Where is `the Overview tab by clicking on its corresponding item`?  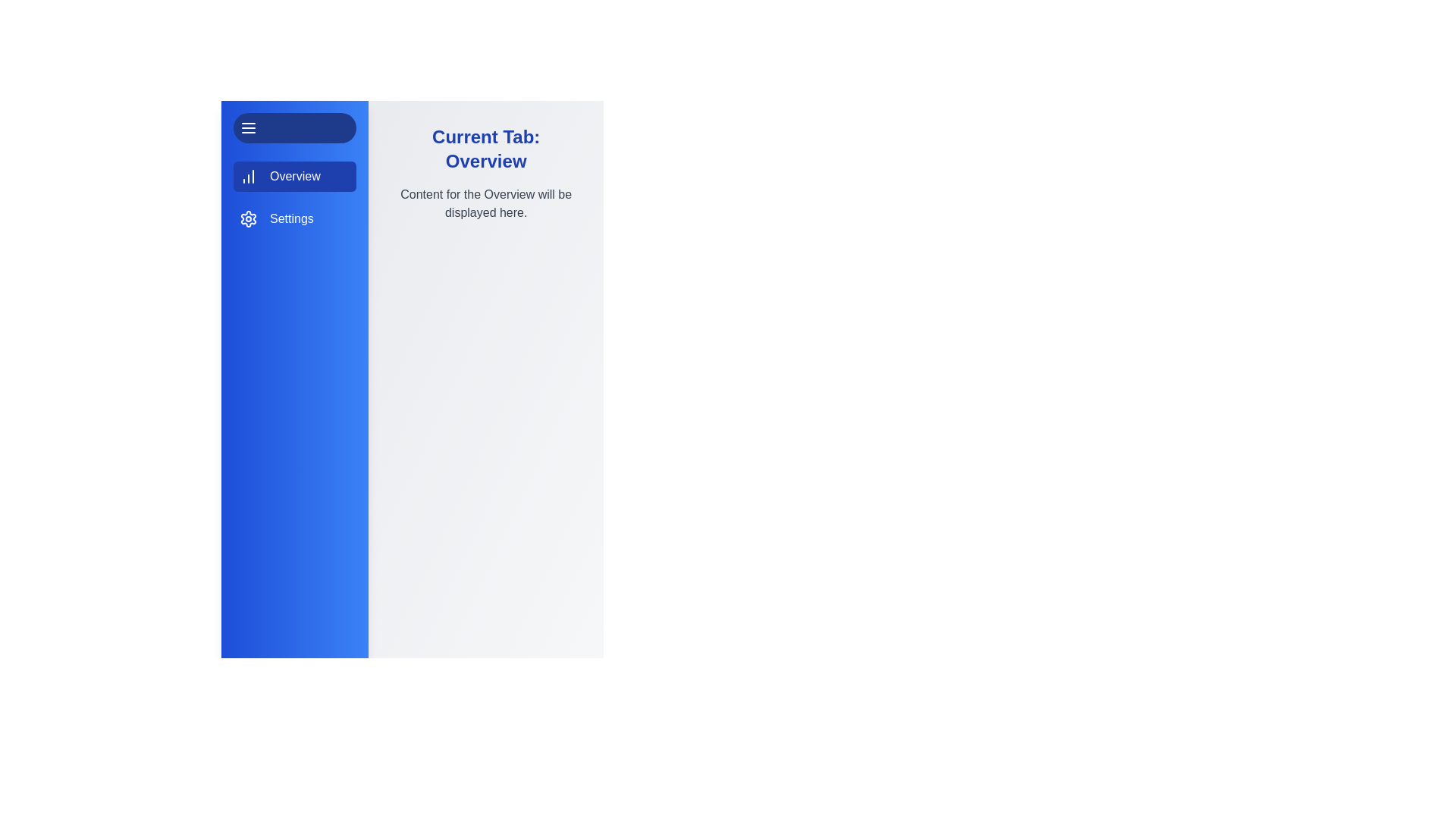
the Overview tab by clicking on its corresponding item is located at coordinates (295, 175).